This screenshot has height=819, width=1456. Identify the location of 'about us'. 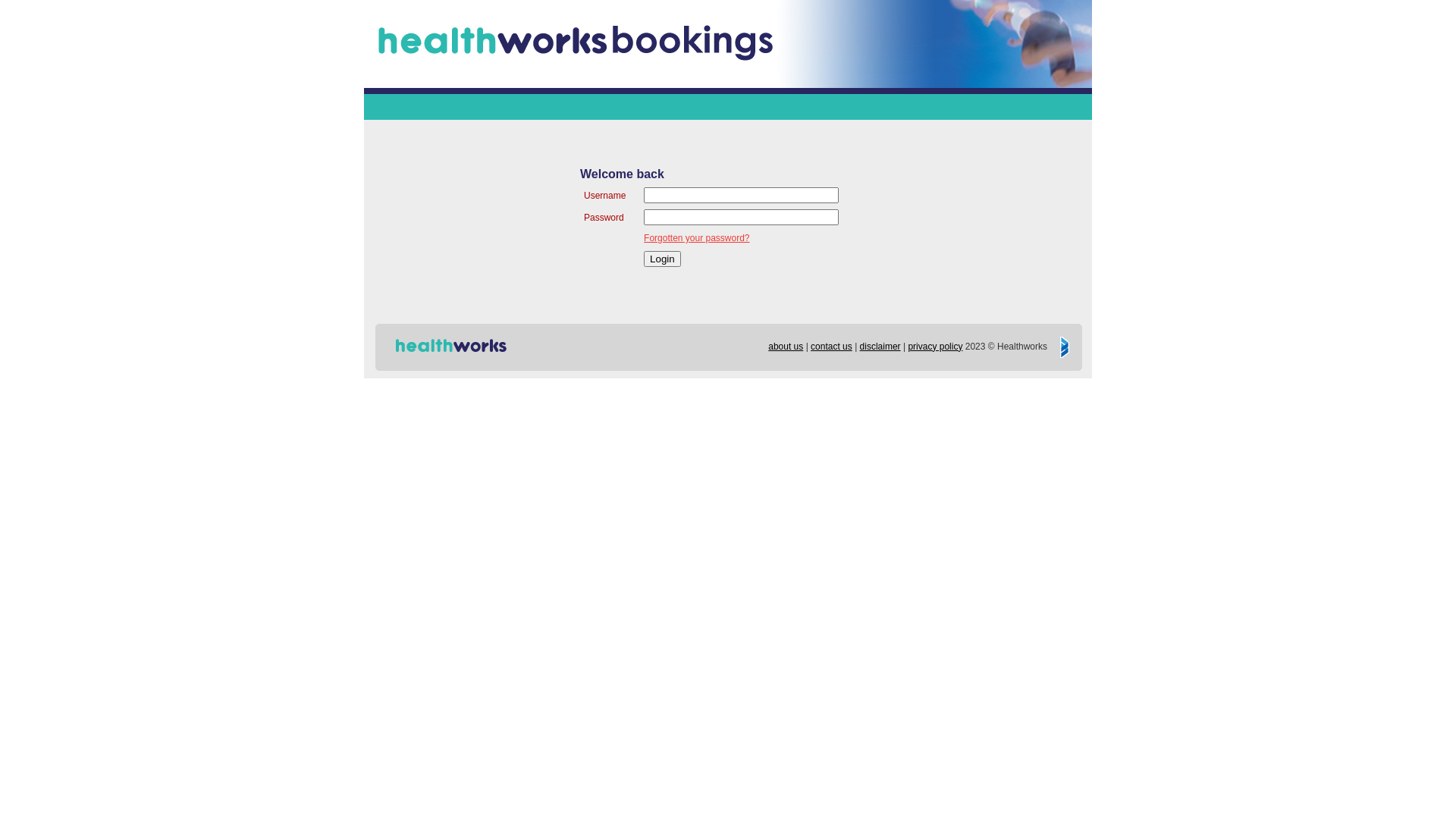
(786, 346).